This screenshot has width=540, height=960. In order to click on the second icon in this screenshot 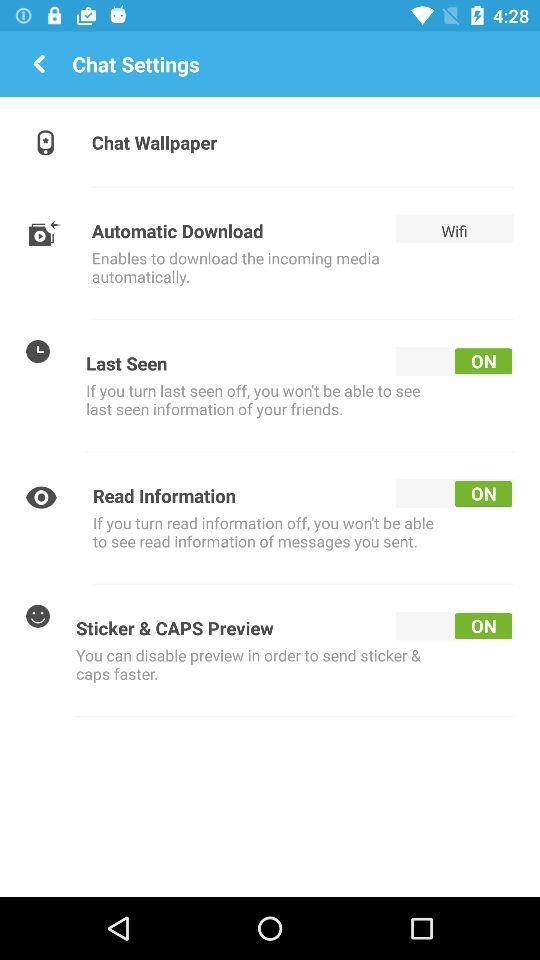, I will do `click(46, 231)`.